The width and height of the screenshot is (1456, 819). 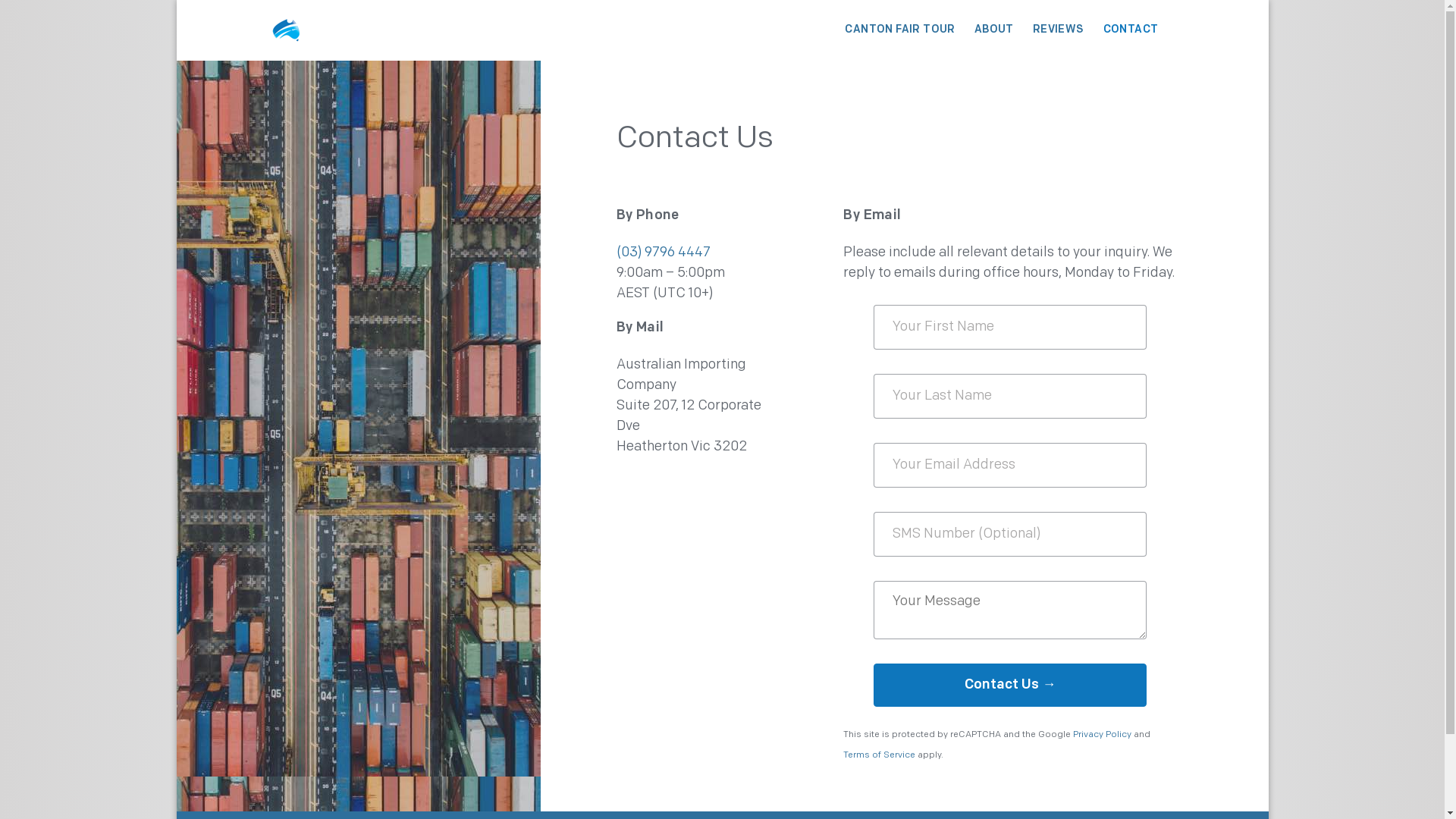 I want to click on 'ABOUT', so click(x=993, y=30).